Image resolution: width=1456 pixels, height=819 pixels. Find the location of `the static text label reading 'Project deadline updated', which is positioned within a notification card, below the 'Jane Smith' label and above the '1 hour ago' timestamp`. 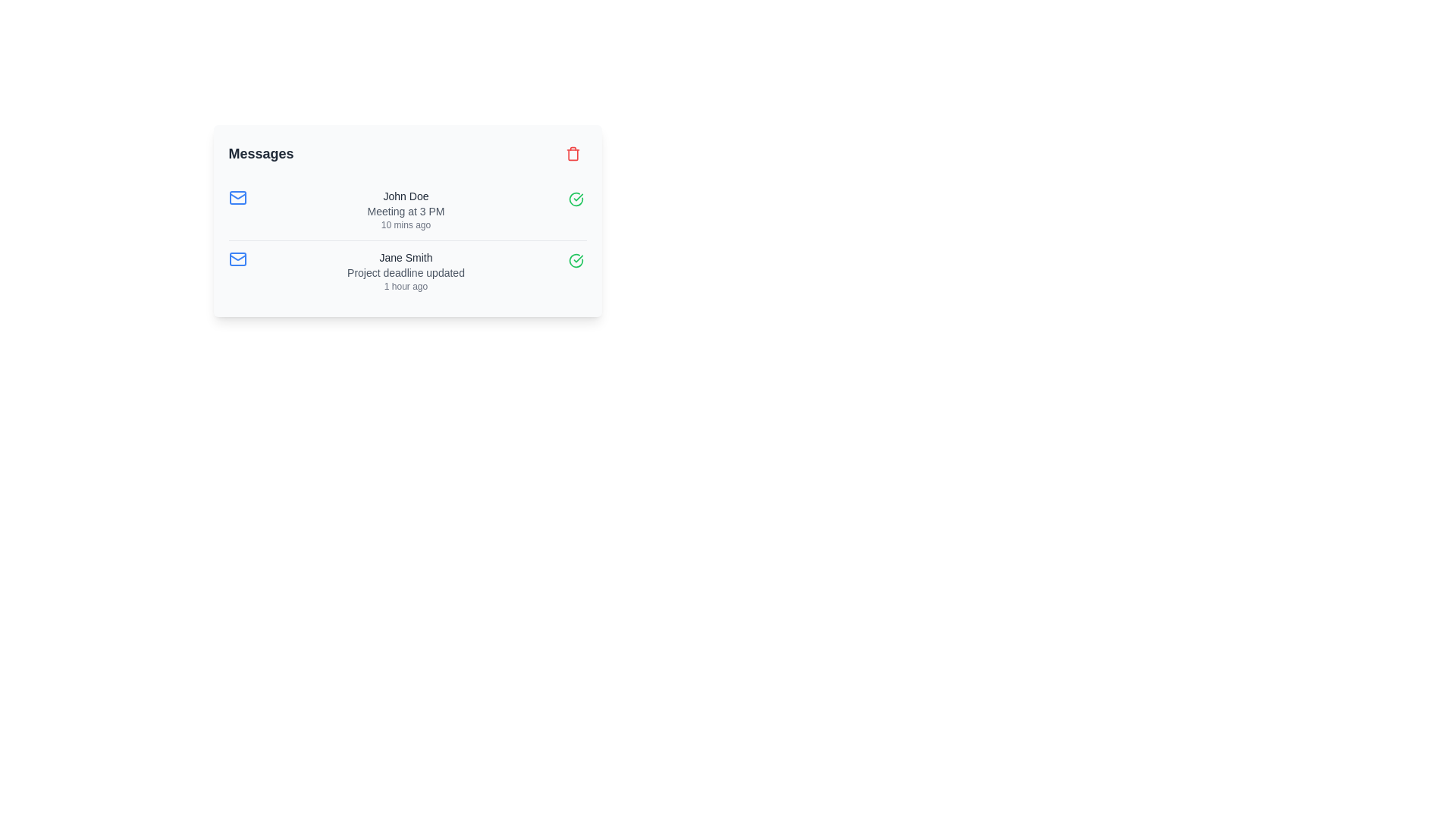

the static text label reading 'Project deadline updated', which is positioned within a notification card, below the 'Jane Smith' label and above the '1 hour ago' timestamp is located at coordinates (406, 271).